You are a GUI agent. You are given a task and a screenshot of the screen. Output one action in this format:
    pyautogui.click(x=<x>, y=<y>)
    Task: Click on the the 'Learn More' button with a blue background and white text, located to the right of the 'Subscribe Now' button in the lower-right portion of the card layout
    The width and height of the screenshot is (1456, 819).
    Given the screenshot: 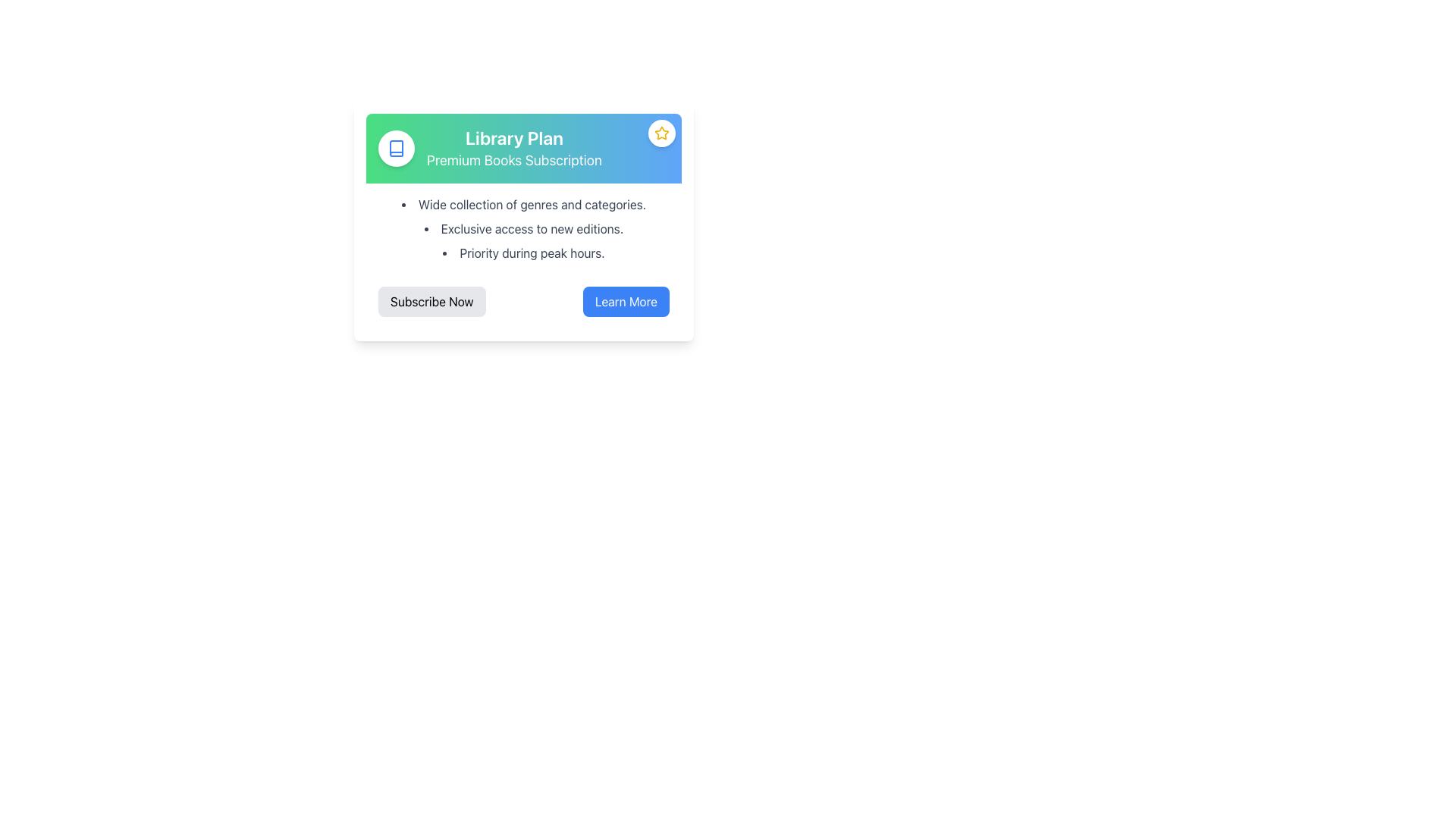 What is the action you would take?
    pyautogui.click(x=626, y=301)
    